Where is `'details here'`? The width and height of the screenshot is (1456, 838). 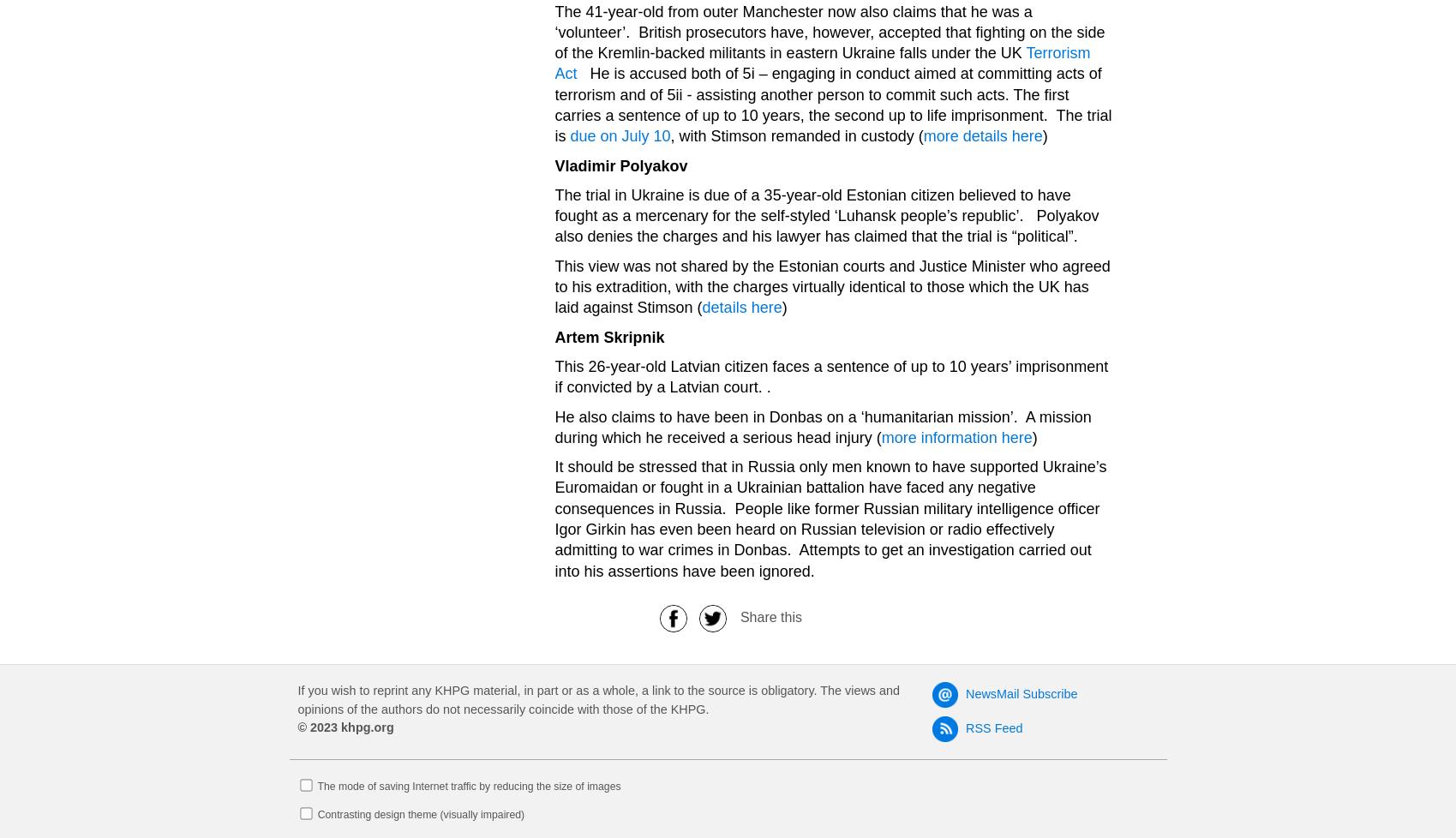 'details here' is located at coordinates (740, 307).